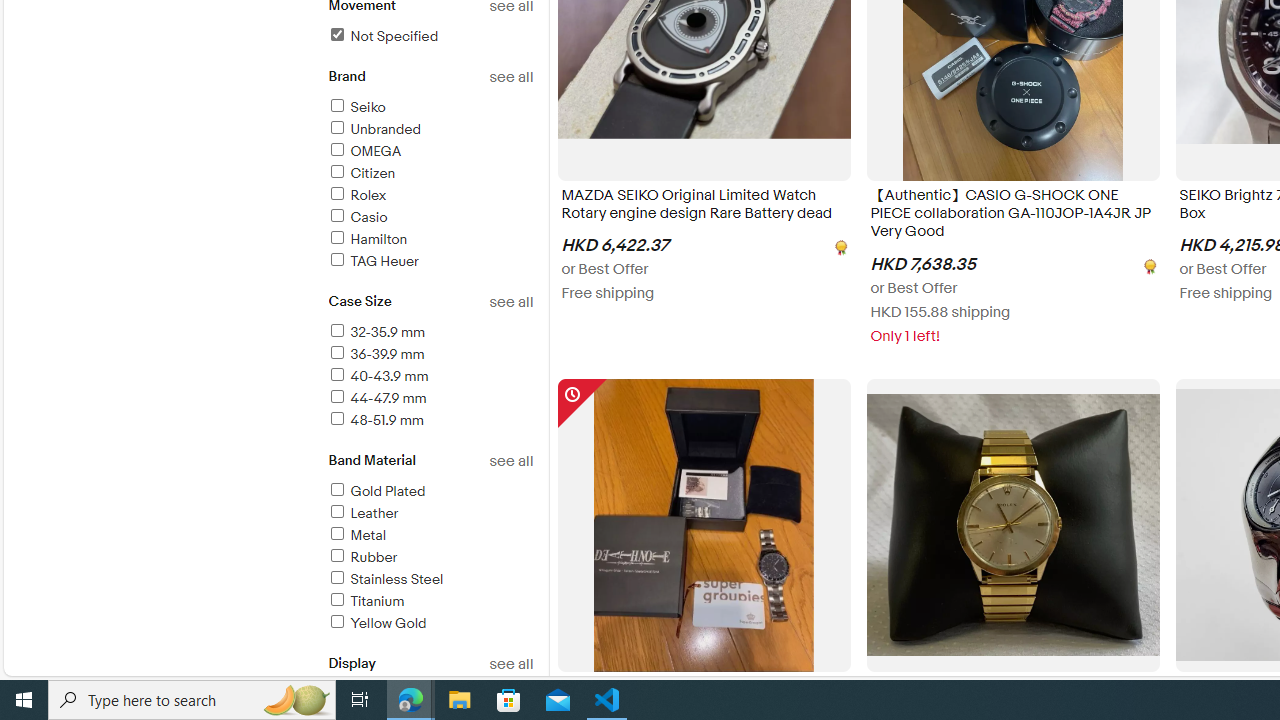 Image resolution: width=1280 pixels, height=720 pixels. I want to click on 'See all display refinements', so click(511, 664).